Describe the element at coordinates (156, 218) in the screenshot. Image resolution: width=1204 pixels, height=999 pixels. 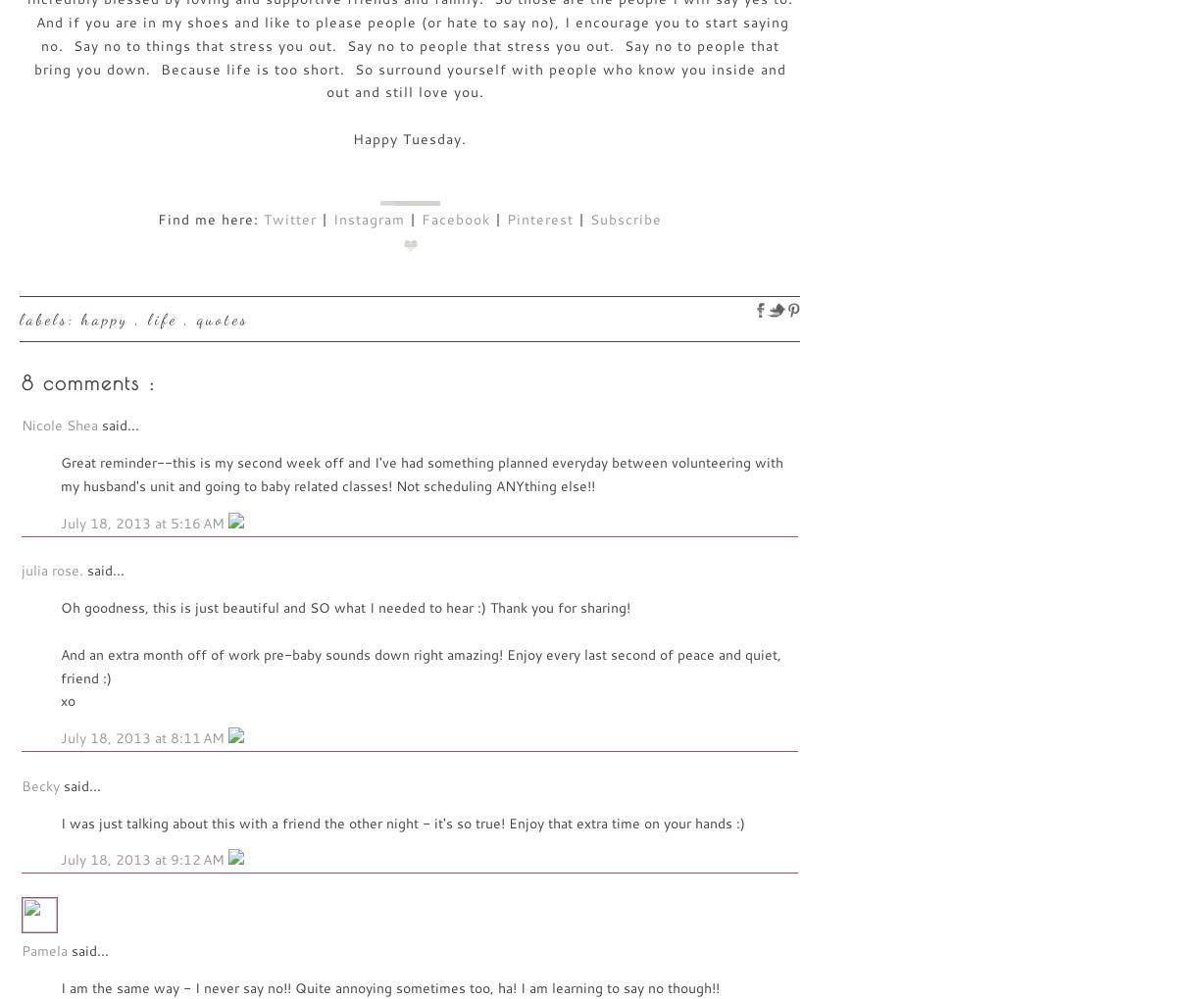
I see `'Find me here:'` at that location.